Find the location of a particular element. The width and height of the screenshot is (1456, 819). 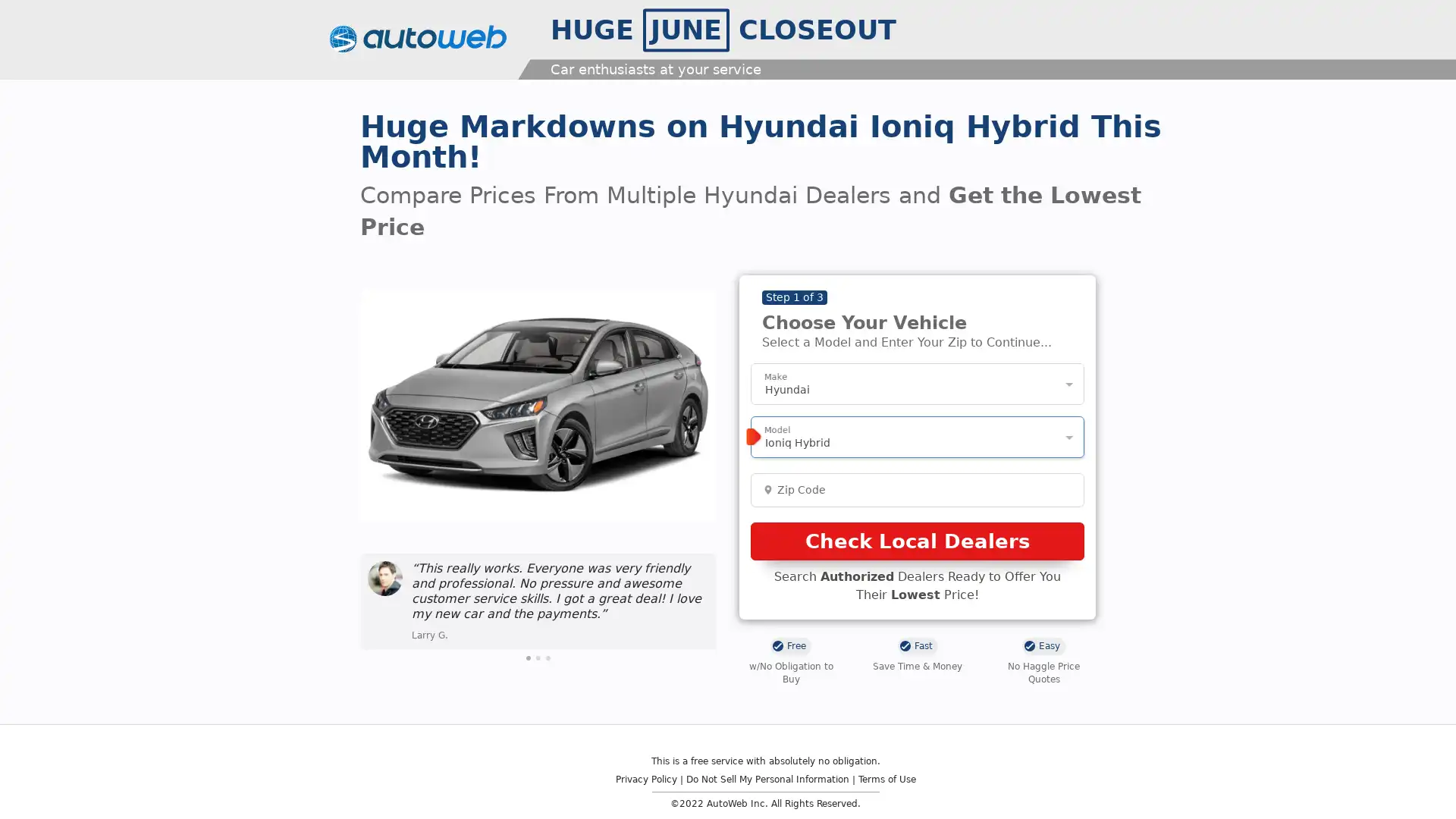

Check Local Dealers is located at coordinates (916, 540).